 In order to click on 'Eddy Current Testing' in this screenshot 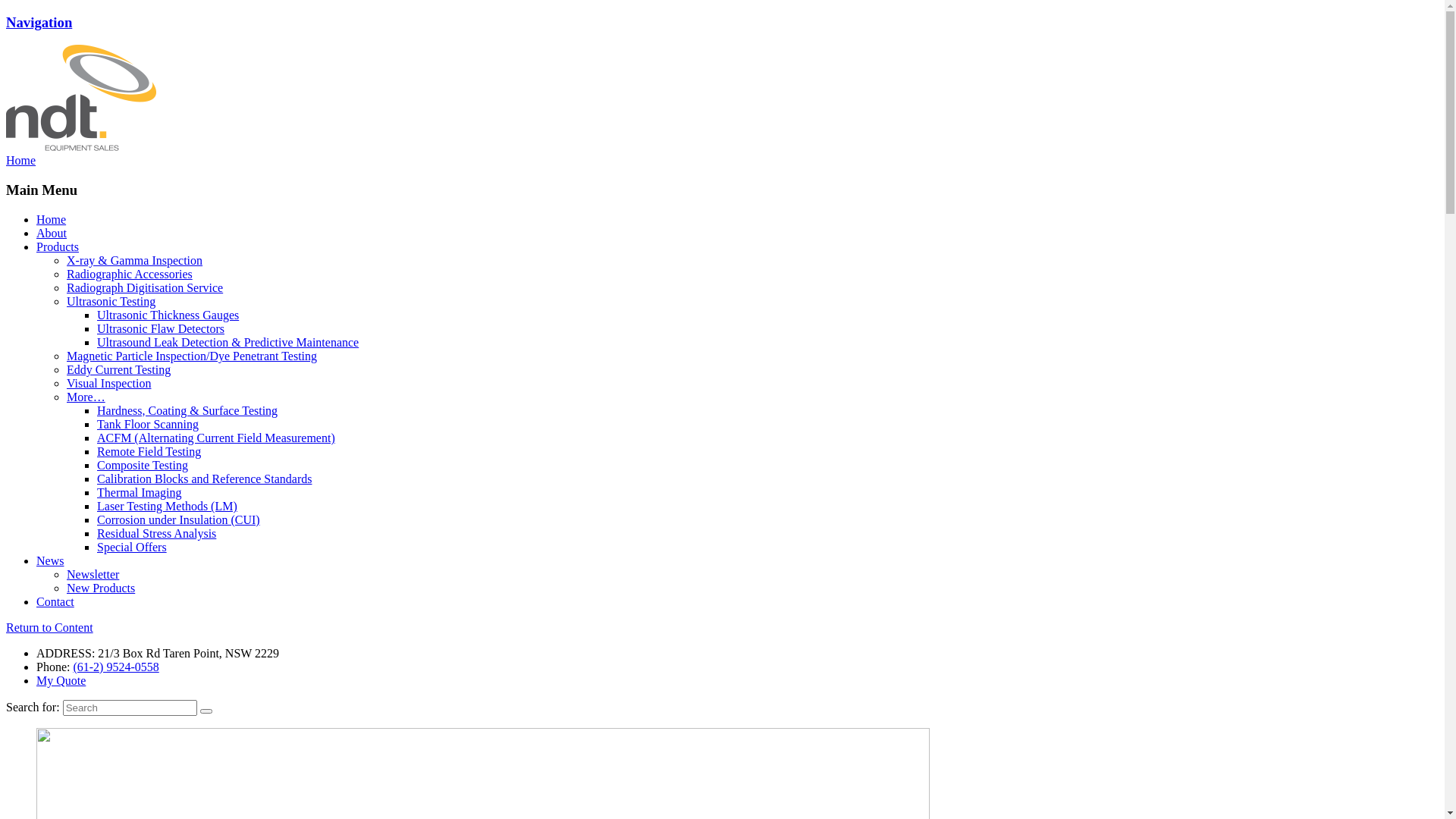, I will do `click(118, 369)`.